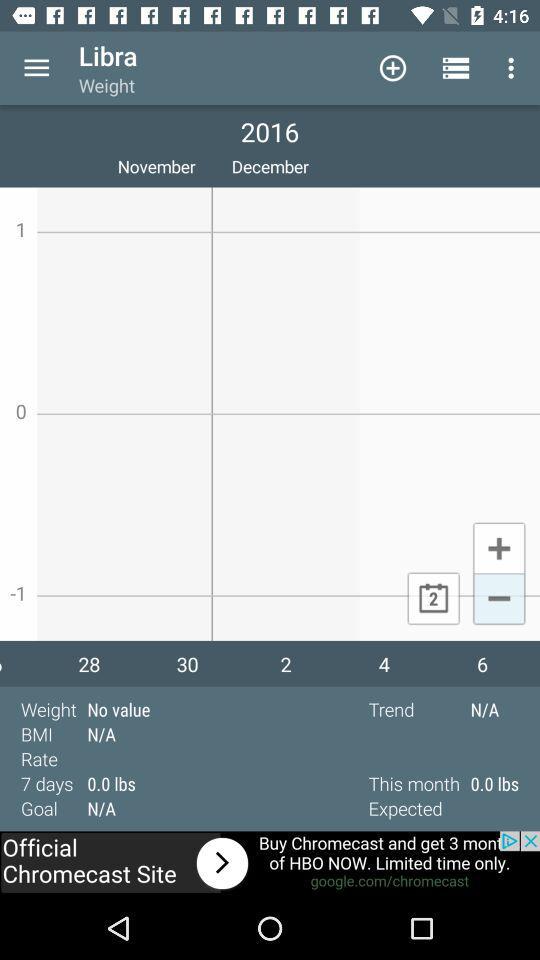  I want to click on chromecast advertisement, so click(270, 863).